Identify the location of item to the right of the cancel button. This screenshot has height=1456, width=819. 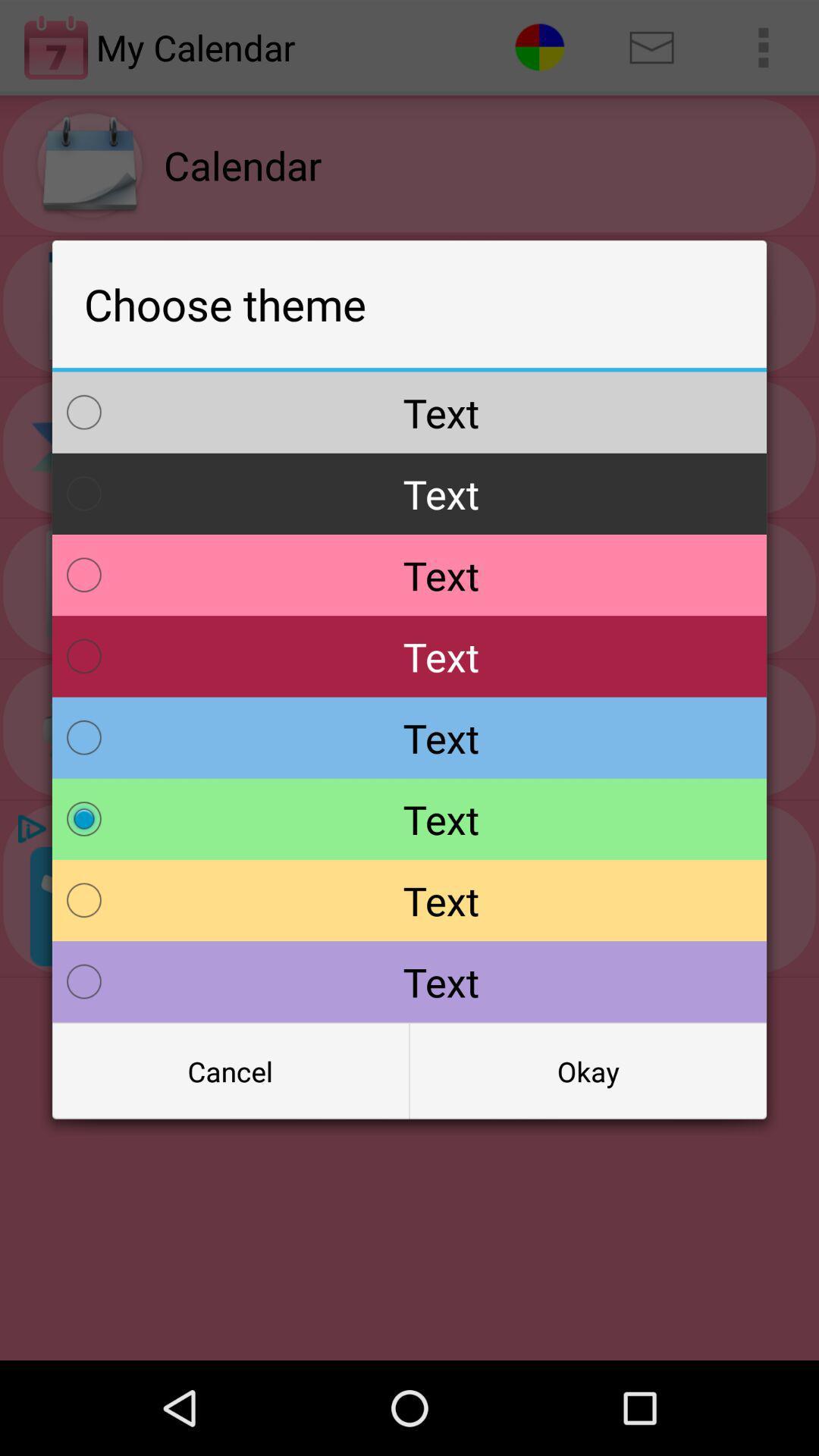
(587, 1070).